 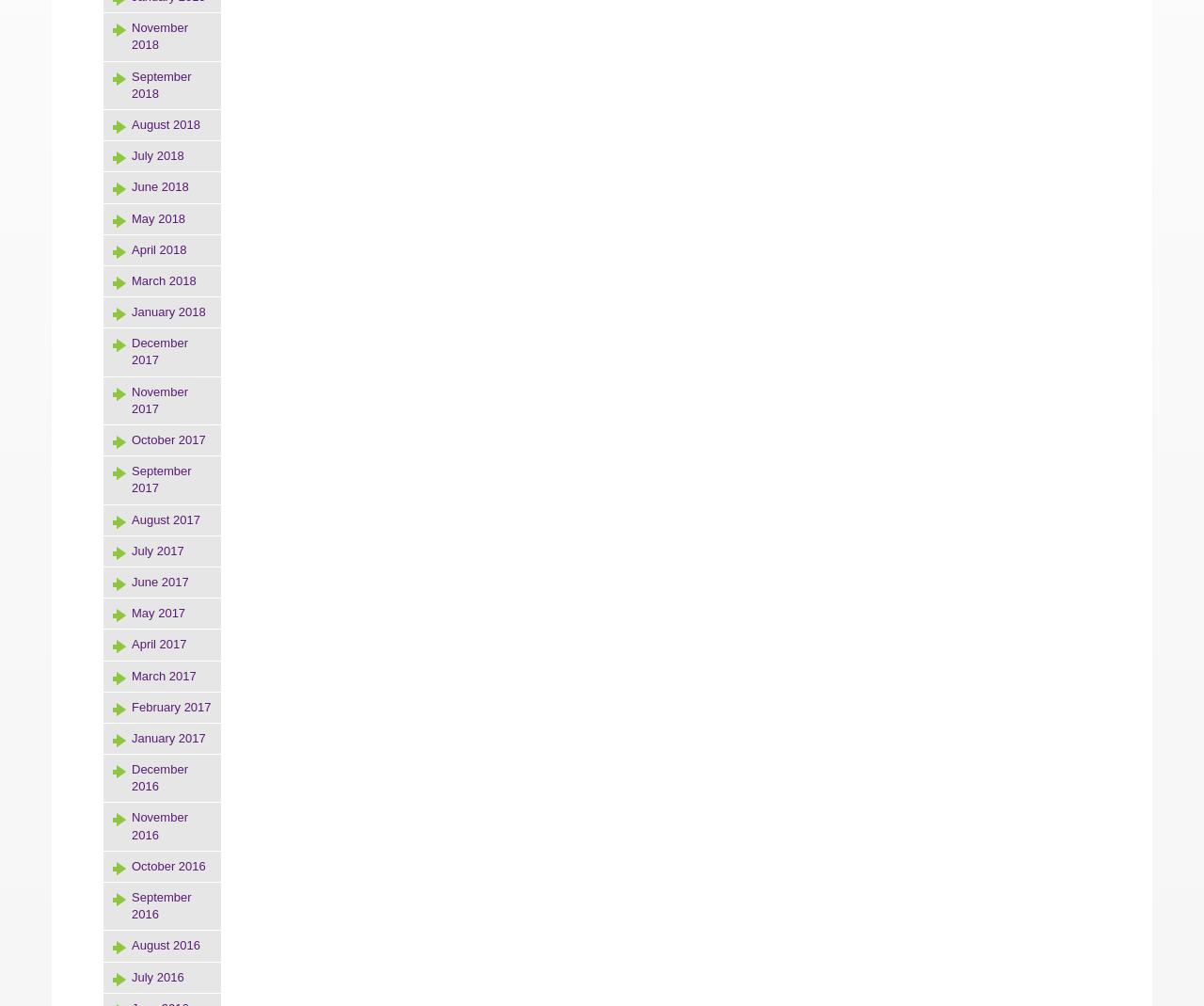 What do you see at coordinates (131, 478) in the screenshot?
I see `'September 2017'` at bounding box center [131, 478].